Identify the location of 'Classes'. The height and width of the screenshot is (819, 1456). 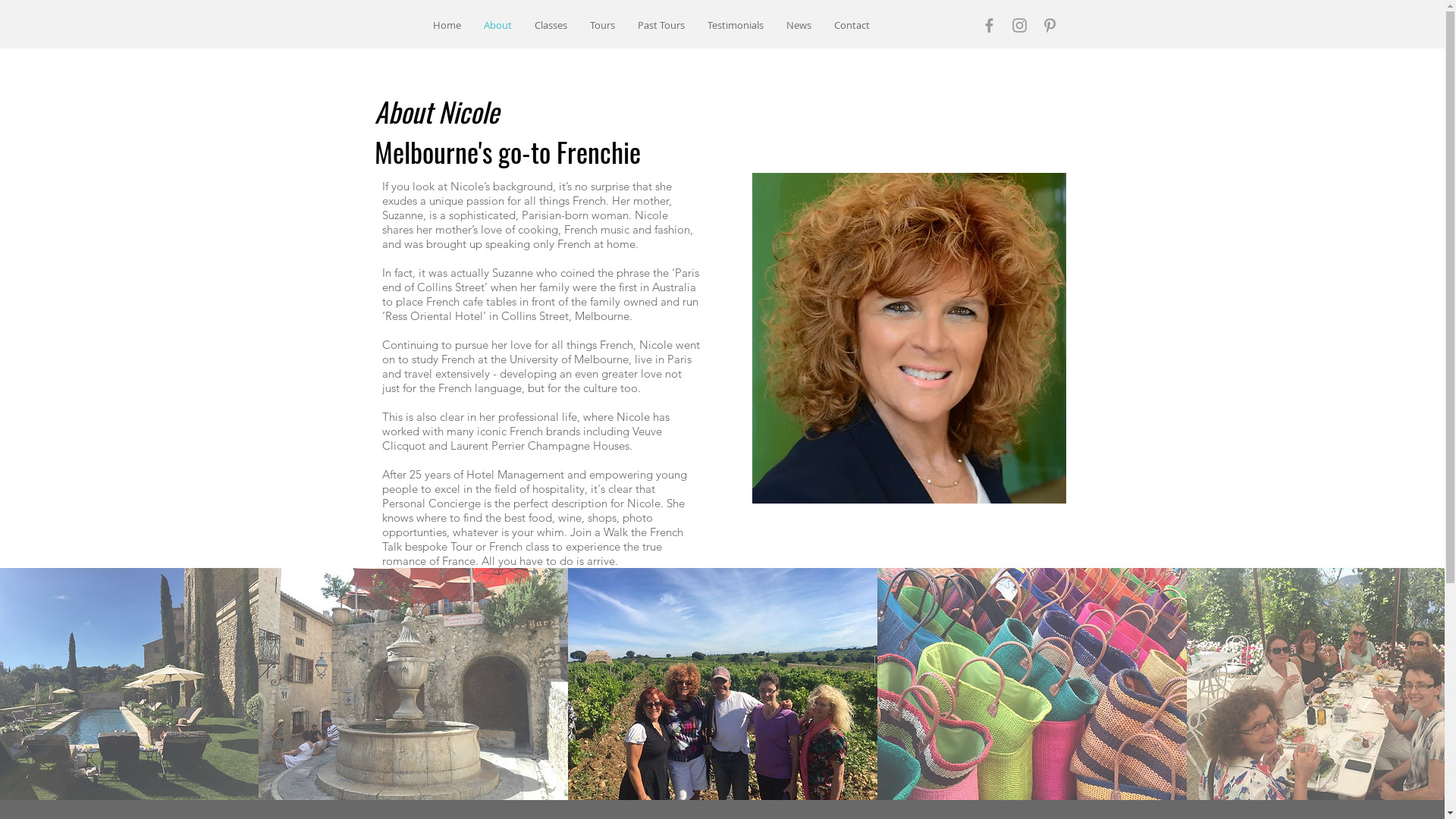
(550, 25).